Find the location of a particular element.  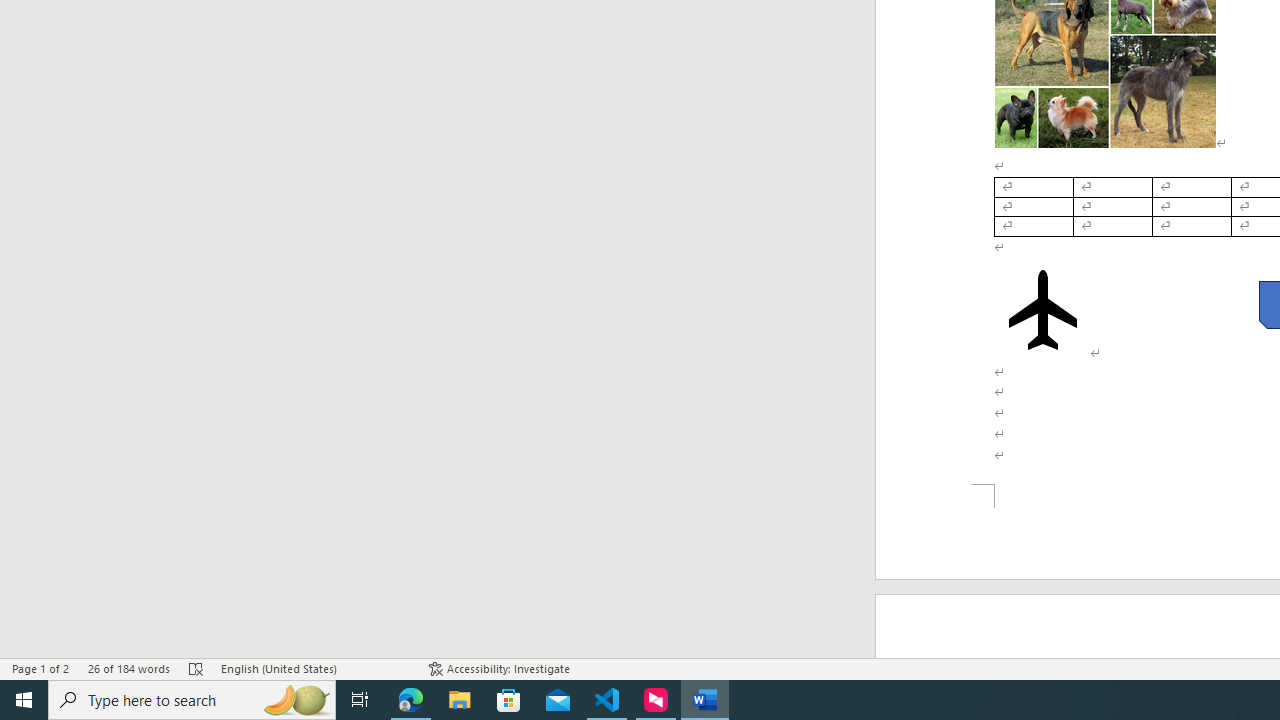

'Airplane with solid fill' is located at coordinates (1041, 309).